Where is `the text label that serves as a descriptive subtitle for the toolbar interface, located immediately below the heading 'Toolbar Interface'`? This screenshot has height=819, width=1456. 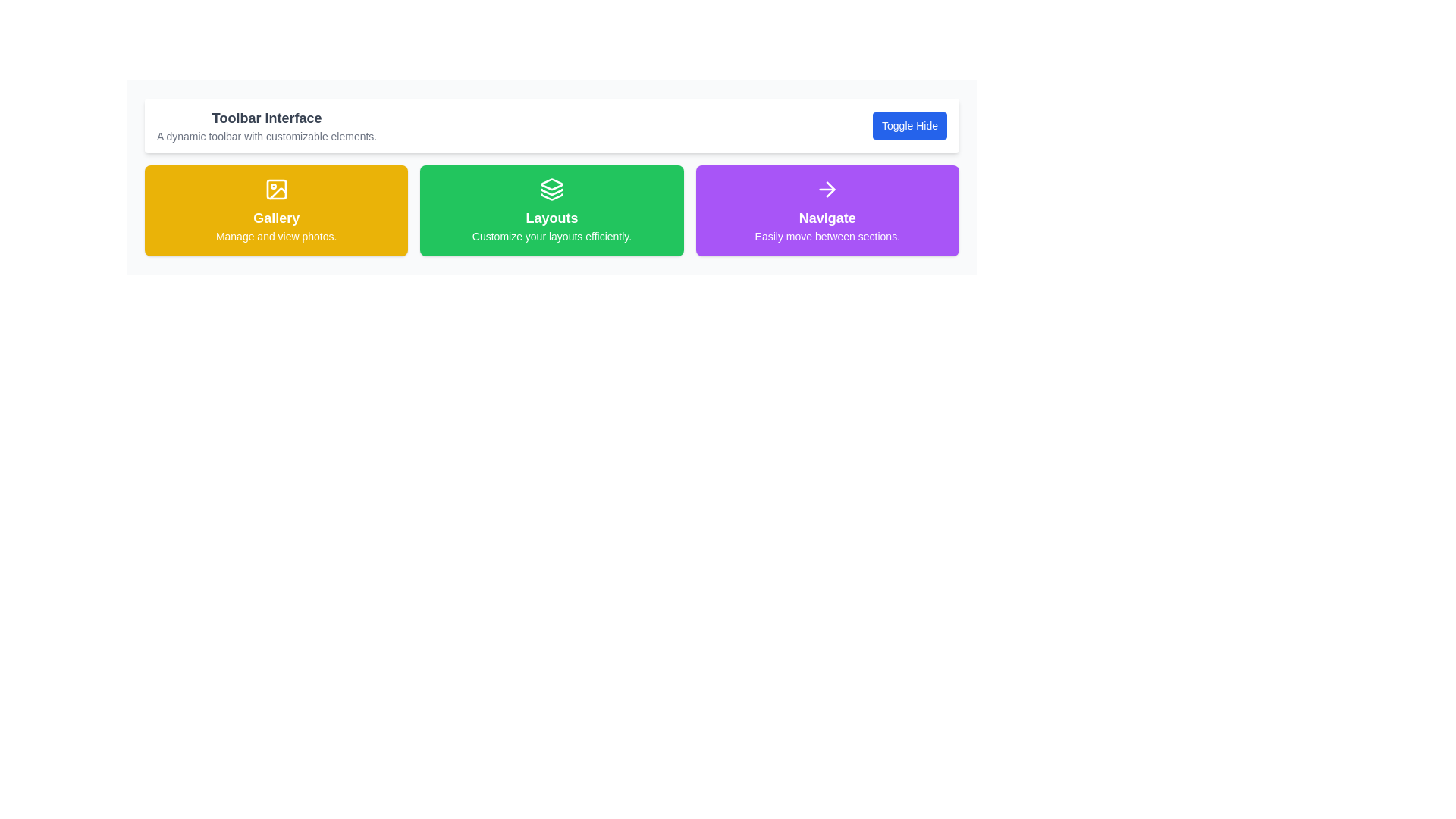
the text label that serves as a descriptive subtitle for the toolbar interface, located immediately below the heading 'Toolbar Interface' is located at coordinates (267, 136).